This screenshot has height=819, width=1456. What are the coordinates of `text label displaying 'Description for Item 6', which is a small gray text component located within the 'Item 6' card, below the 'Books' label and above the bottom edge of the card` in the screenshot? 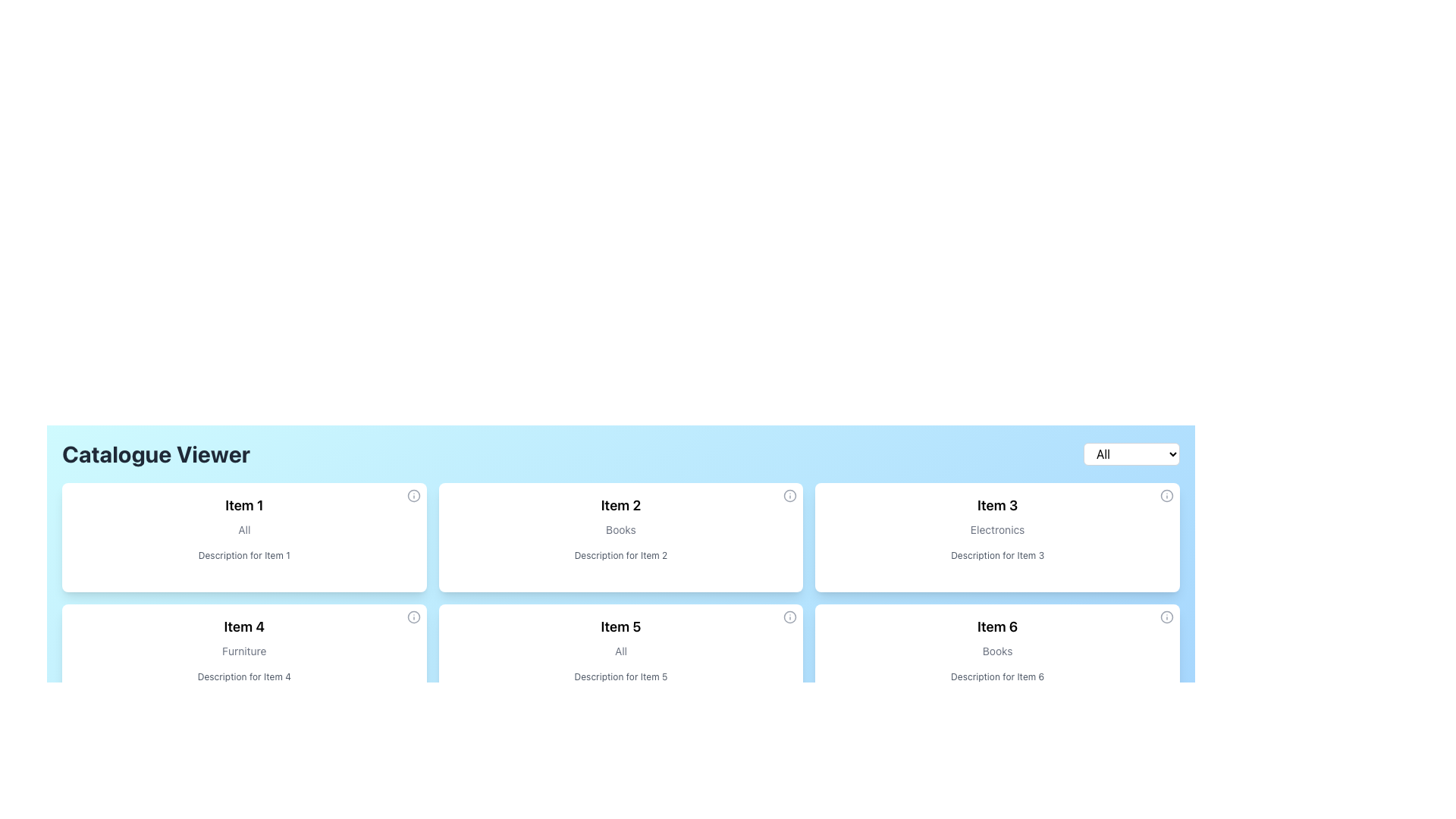 It's located at (997, 676).